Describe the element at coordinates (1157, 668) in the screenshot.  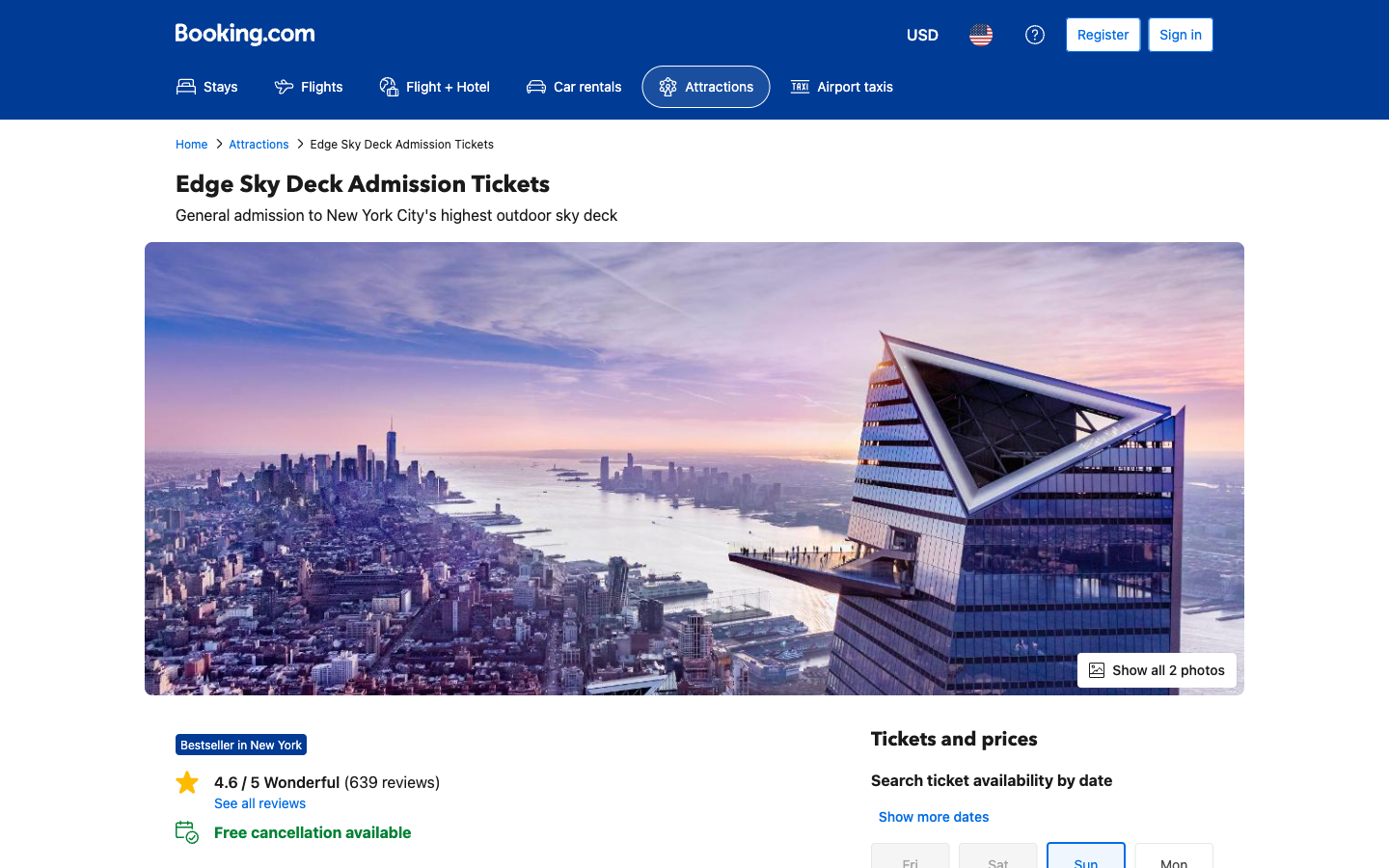
I see `the Picture Archive` at that location.